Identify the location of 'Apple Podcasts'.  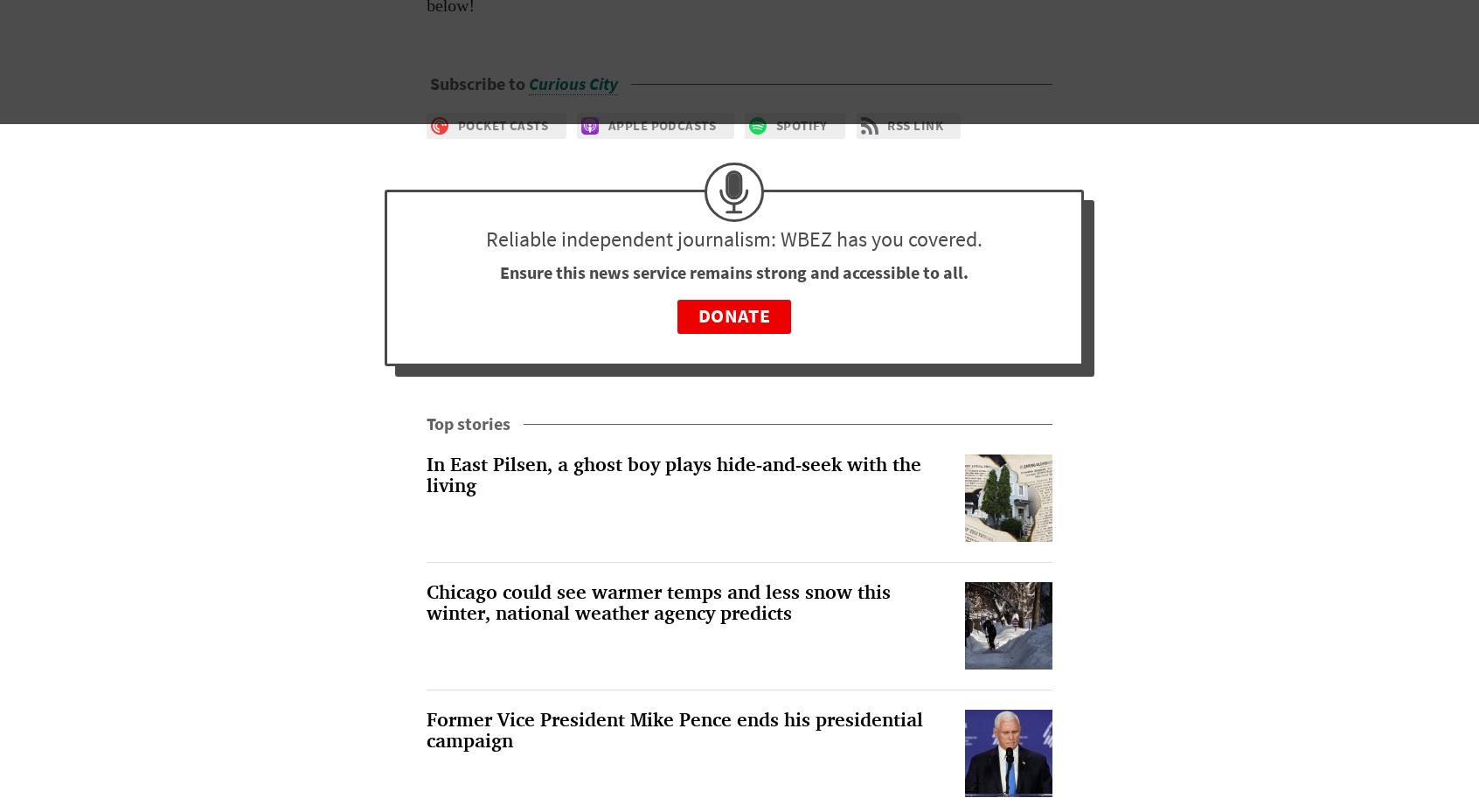
(608, 124).